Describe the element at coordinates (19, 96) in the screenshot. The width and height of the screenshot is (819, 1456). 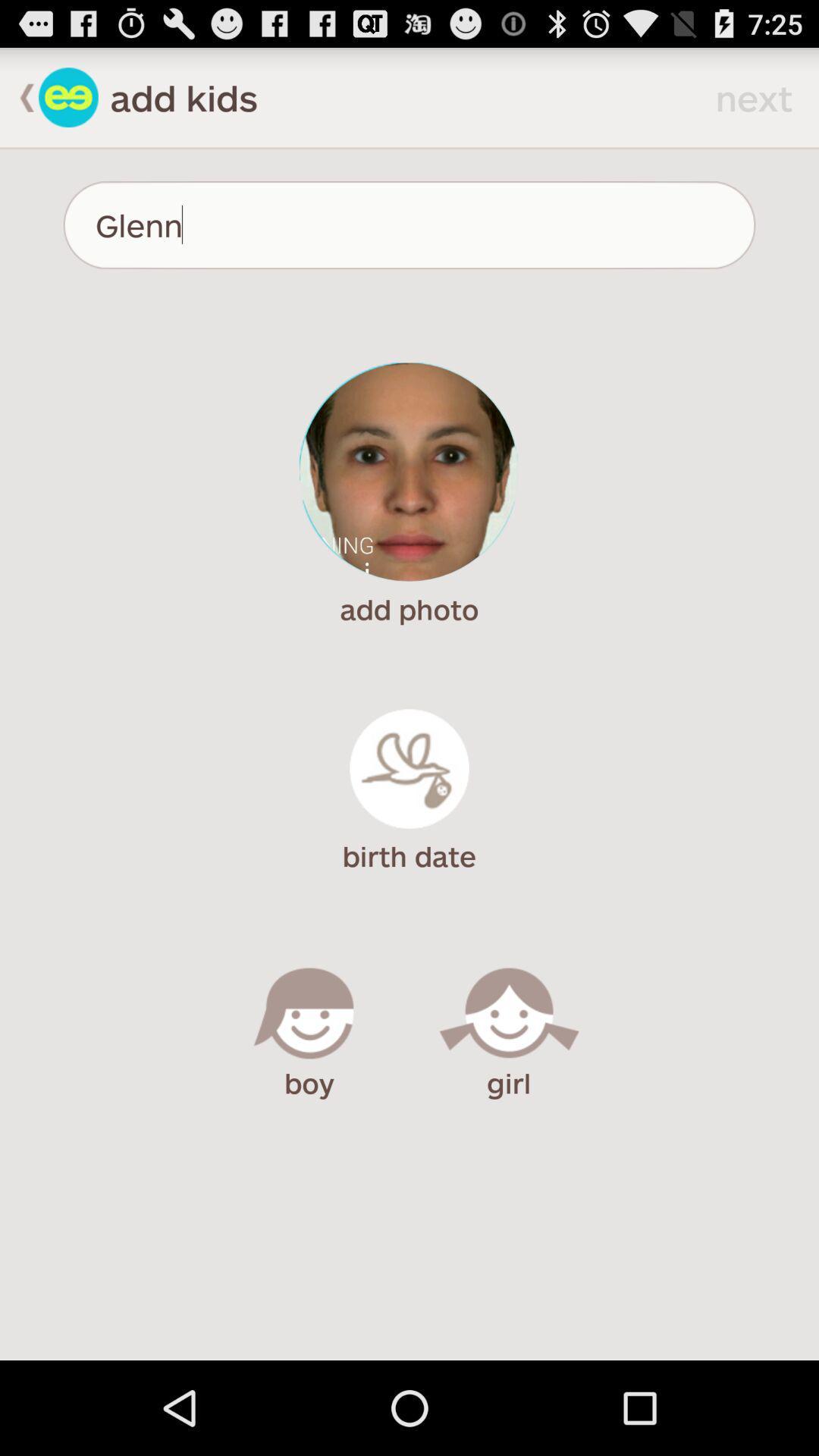
I see `go back` at that location.